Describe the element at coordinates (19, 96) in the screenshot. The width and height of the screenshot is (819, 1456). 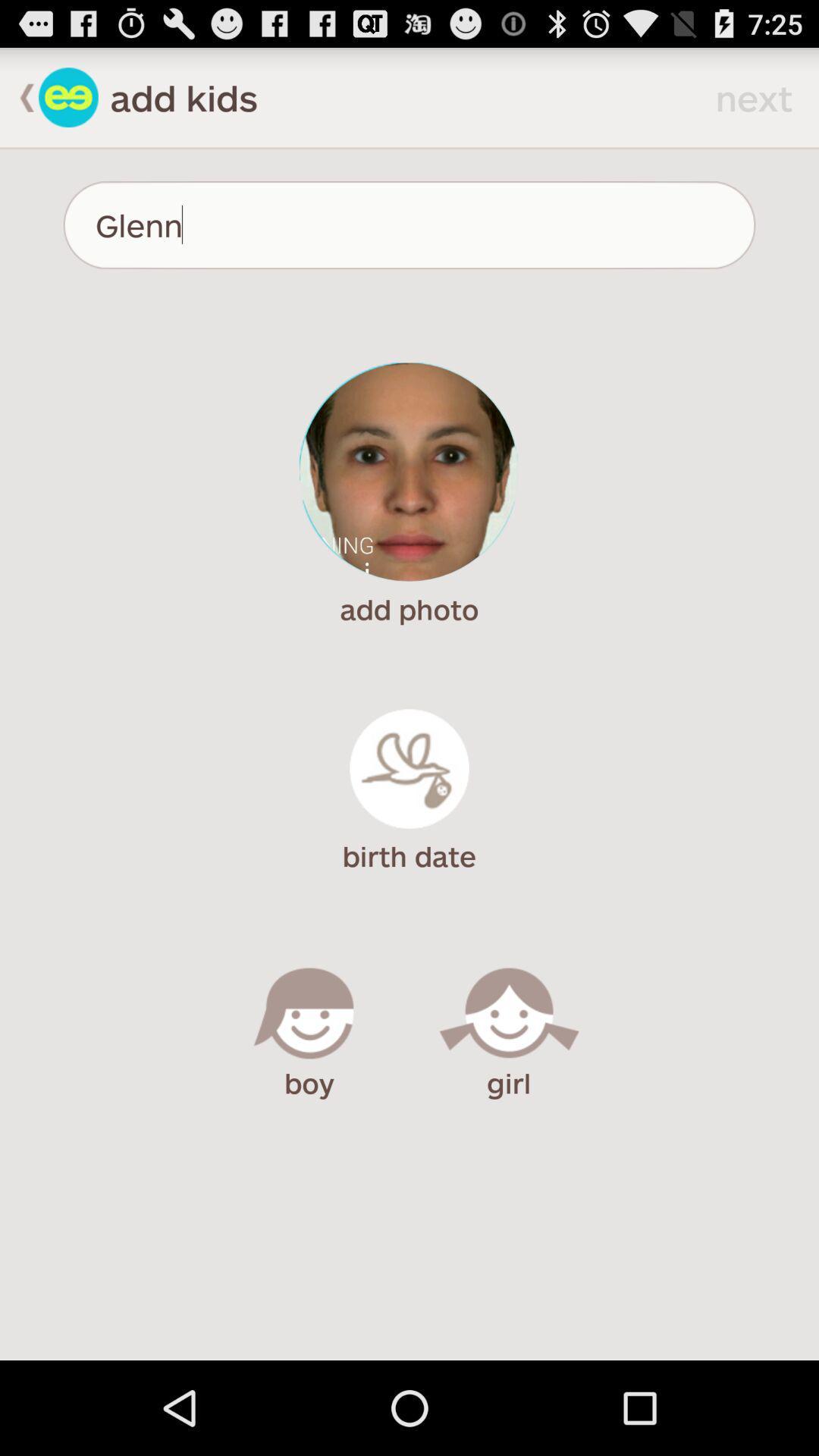
I see `go back` at that location.